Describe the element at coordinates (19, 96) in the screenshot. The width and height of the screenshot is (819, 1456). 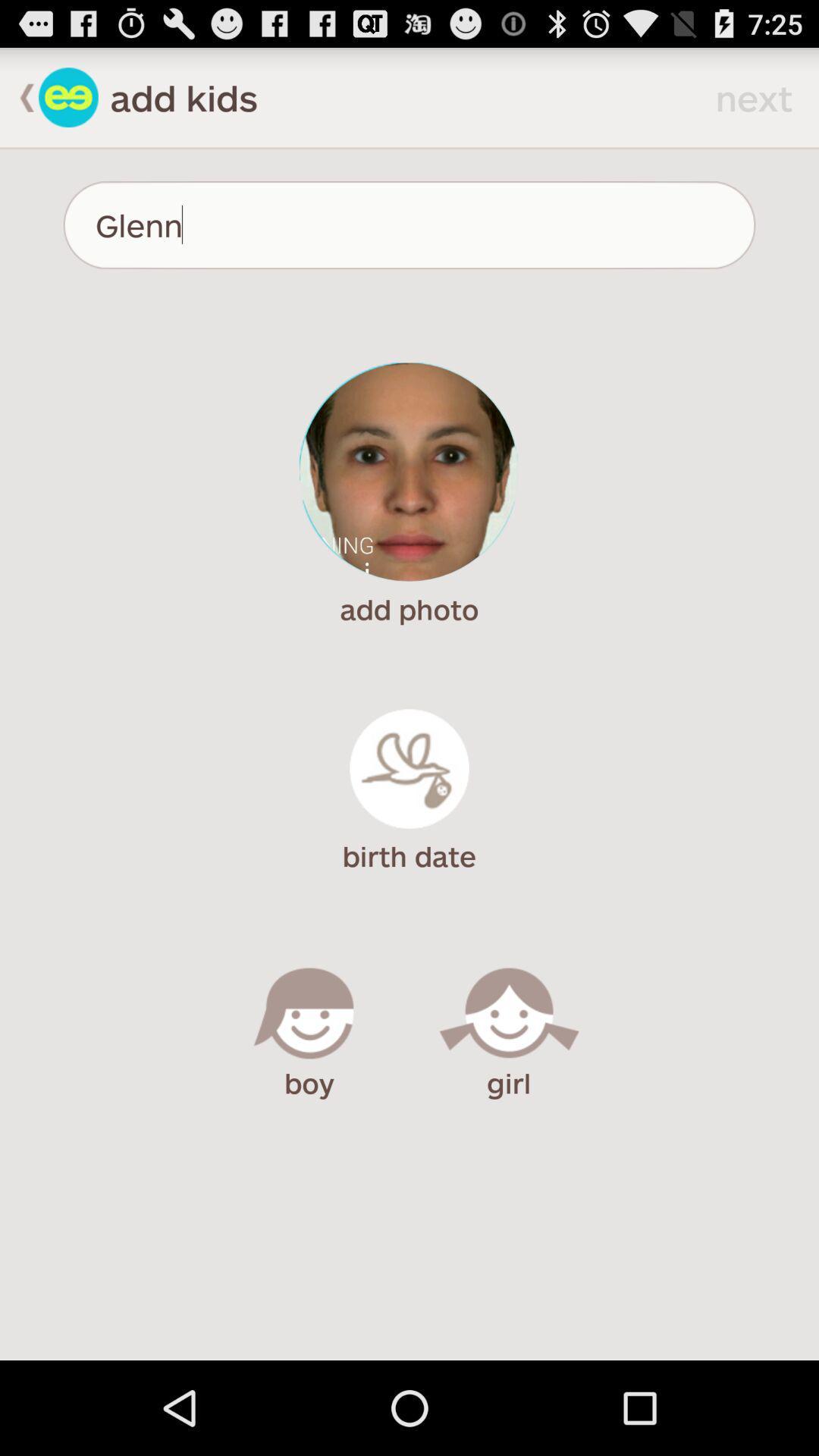
I see `go back` at that location.